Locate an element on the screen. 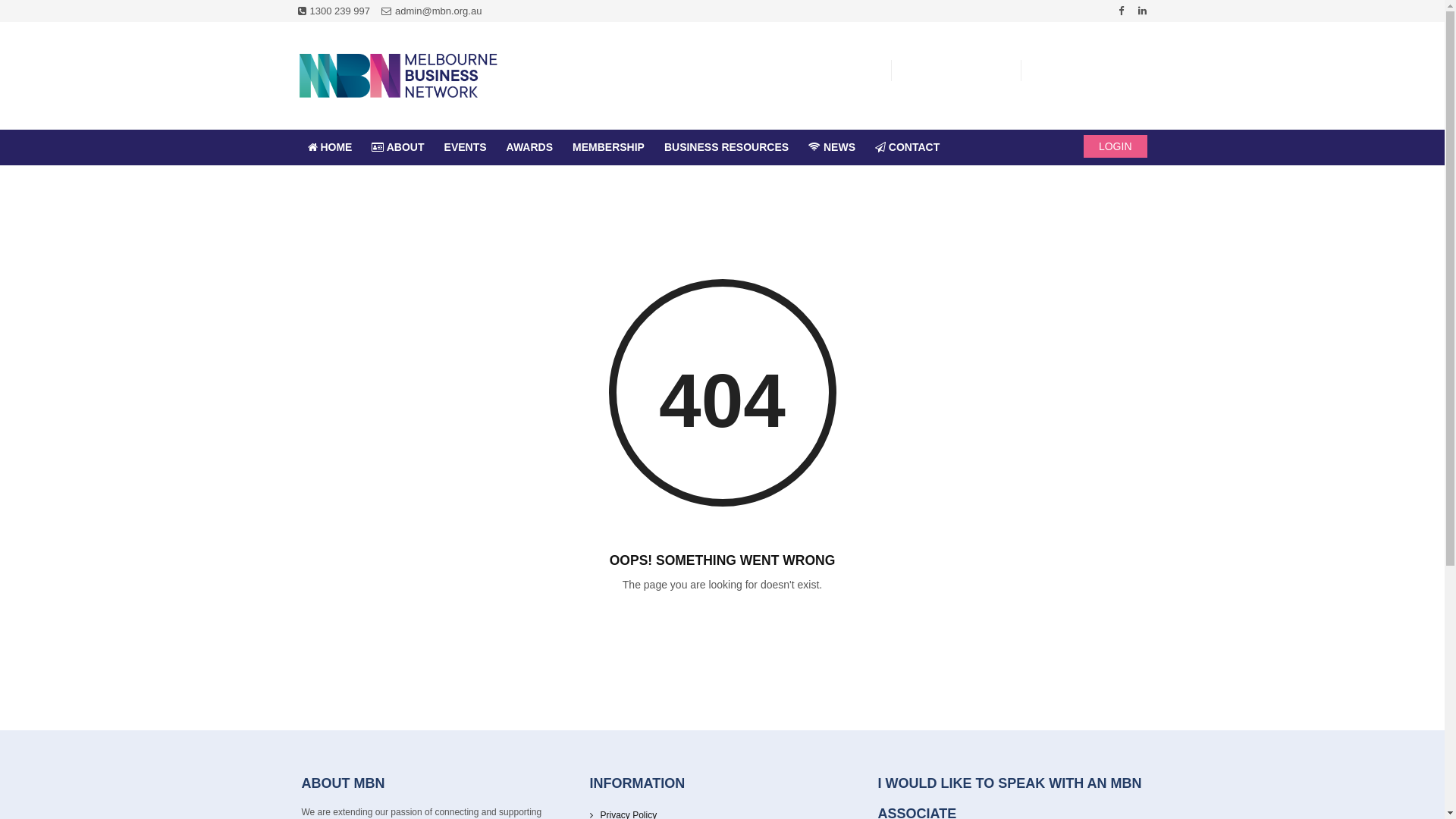  'Become a Member' is located at coordinates (1095, 72).